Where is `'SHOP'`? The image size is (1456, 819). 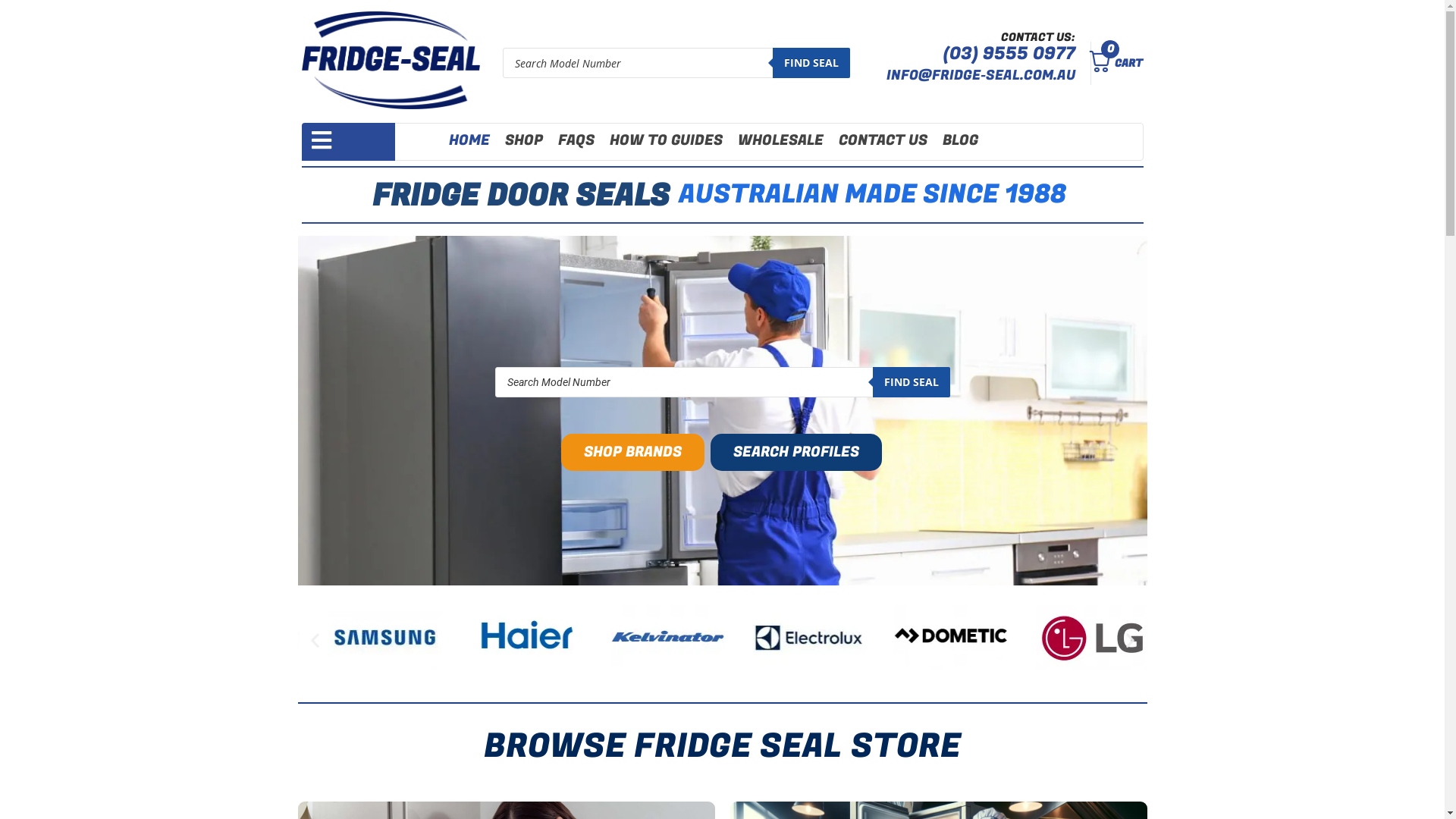
'SHOP' is located at coordinates (524, 140).